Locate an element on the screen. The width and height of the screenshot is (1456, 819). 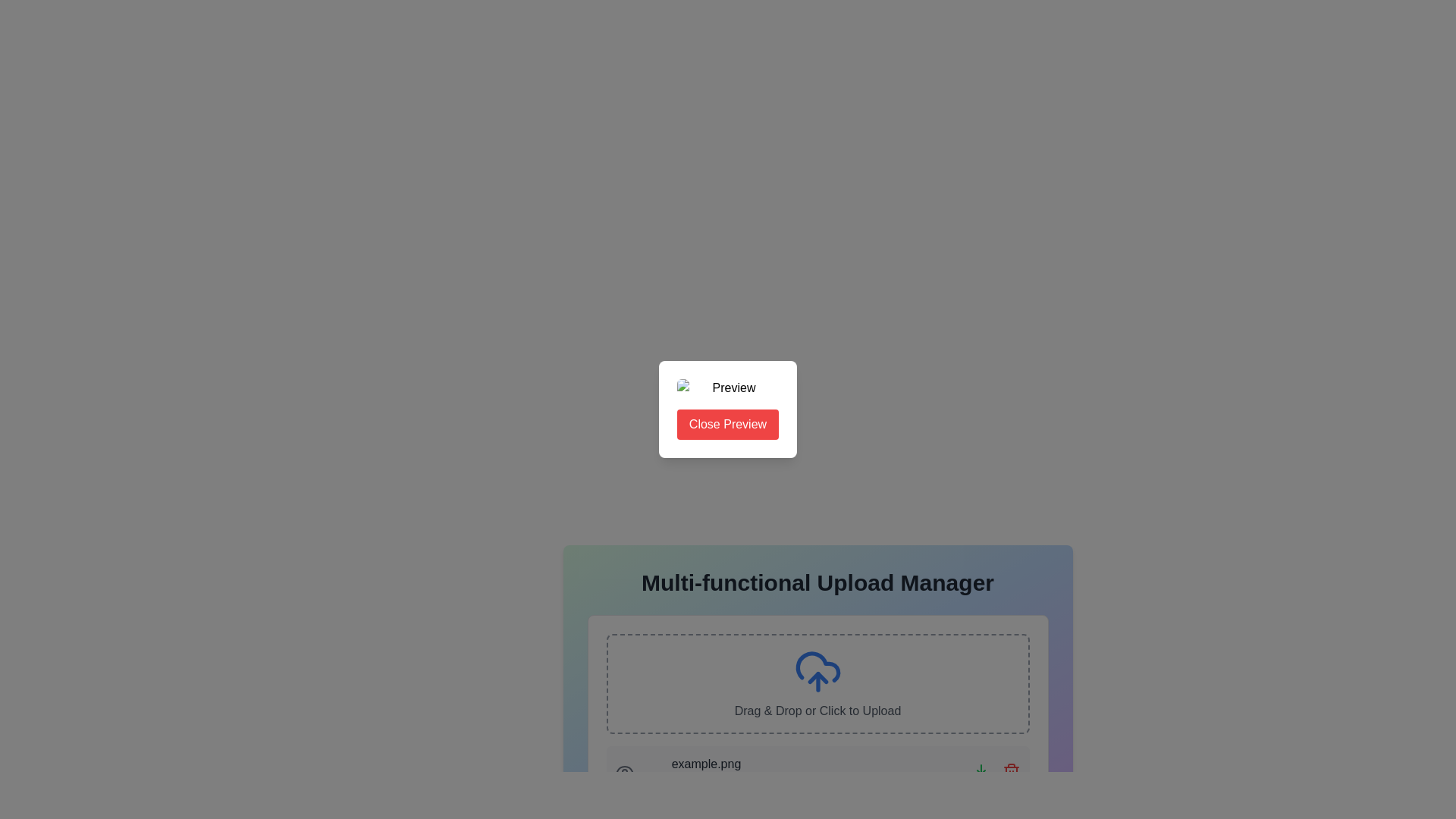
instructions provided by the text label located at the lower center of the upload area, beneath the cloud upload icon is located at coordinates (817, 711).